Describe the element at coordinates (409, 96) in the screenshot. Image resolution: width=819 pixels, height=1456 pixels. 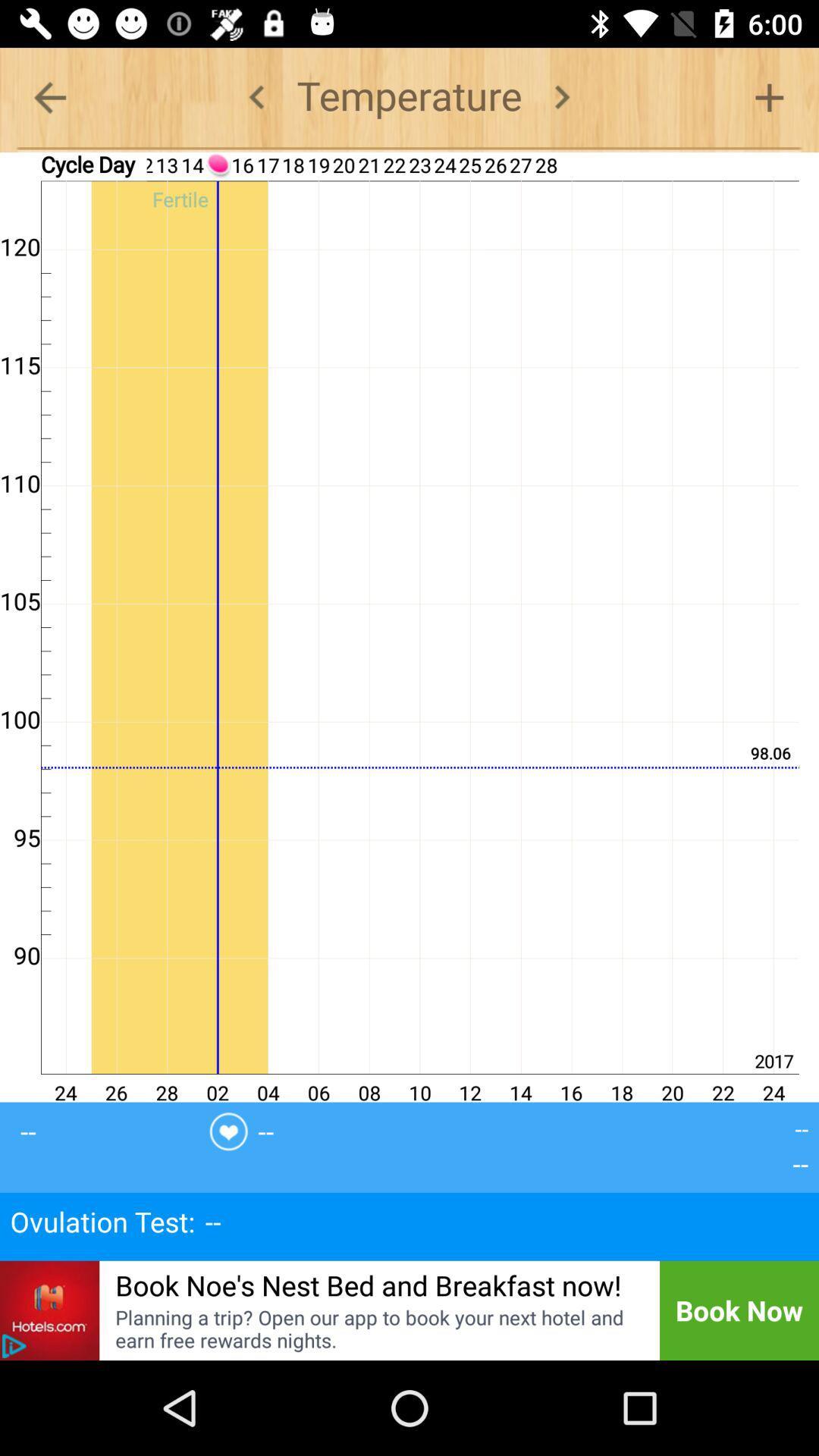
I see `temperature icon` at that location.